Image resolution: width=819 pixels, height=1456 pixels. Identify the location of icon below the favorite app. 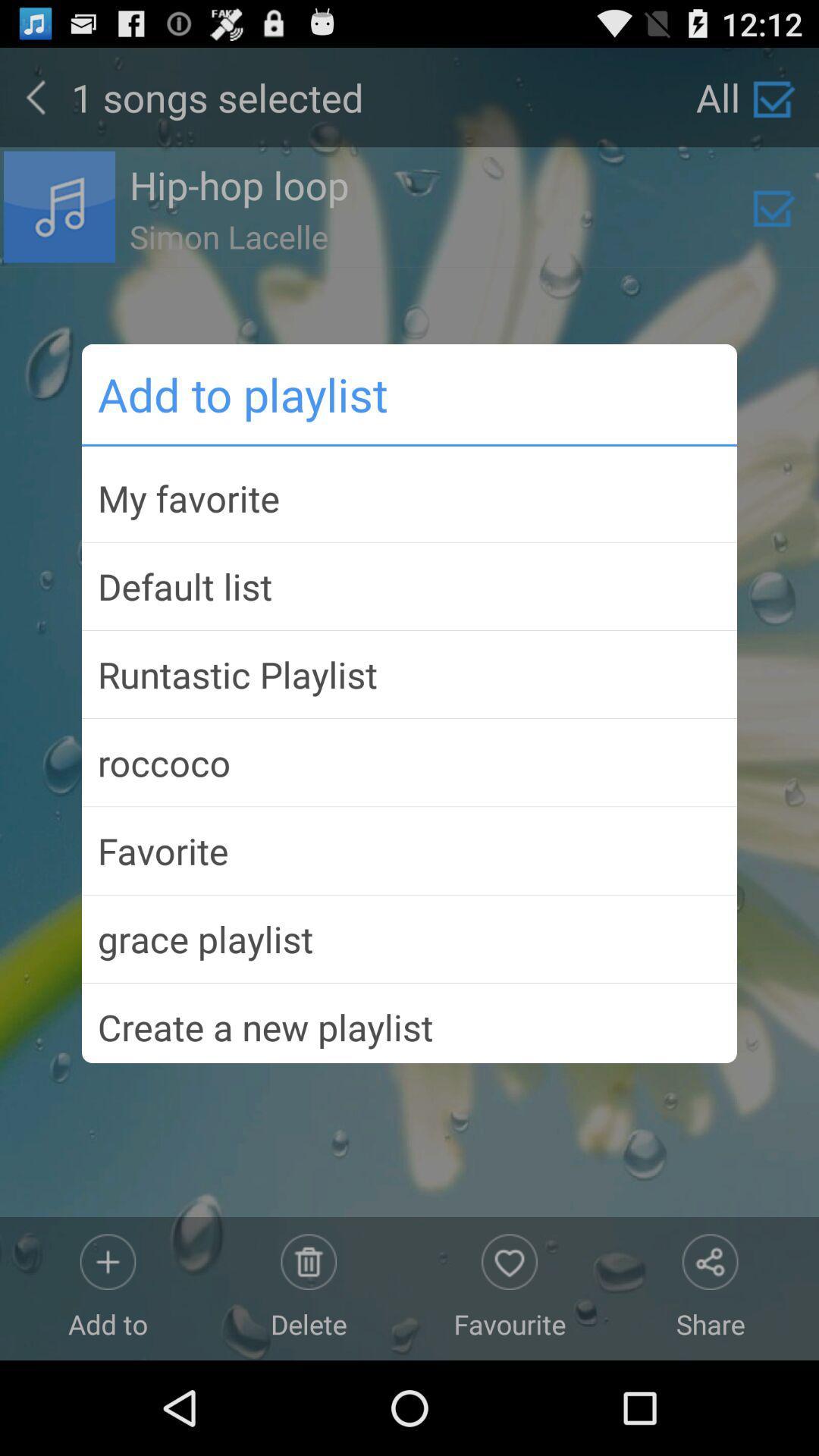
(409, 938).